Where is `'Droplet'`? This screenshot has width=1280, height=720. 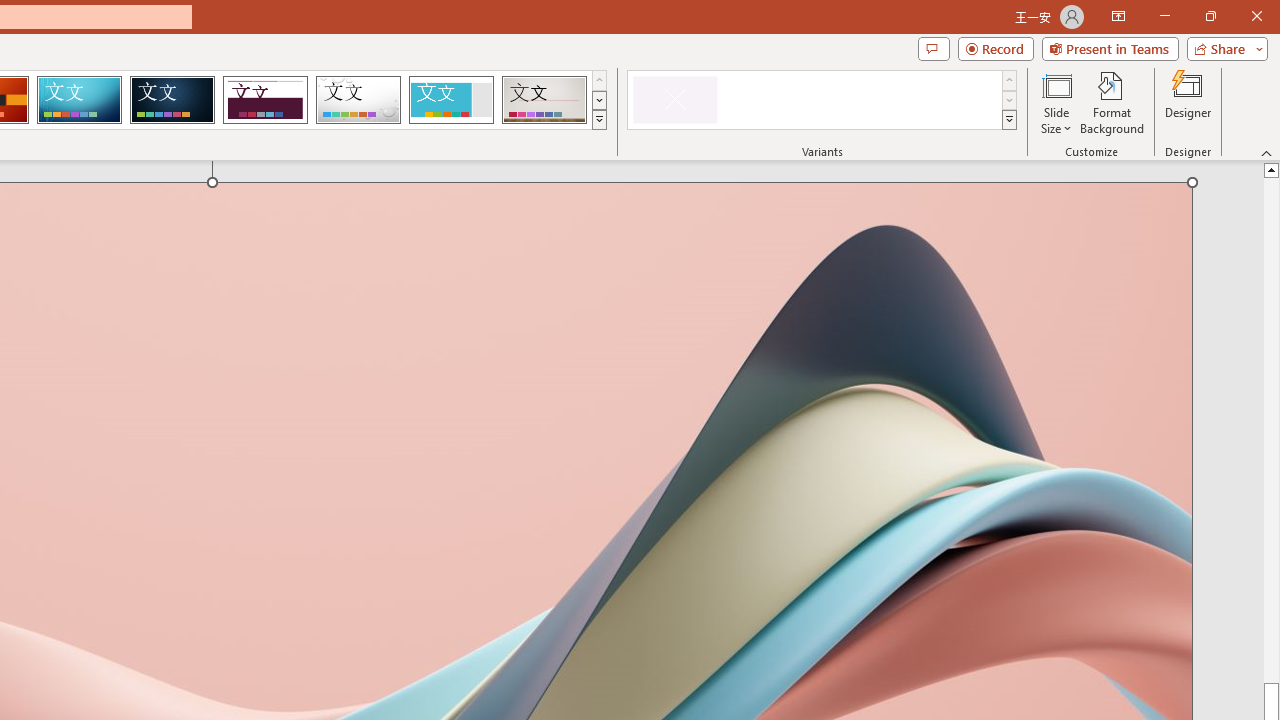 'Droplet' is located at coordinates (358, 100).